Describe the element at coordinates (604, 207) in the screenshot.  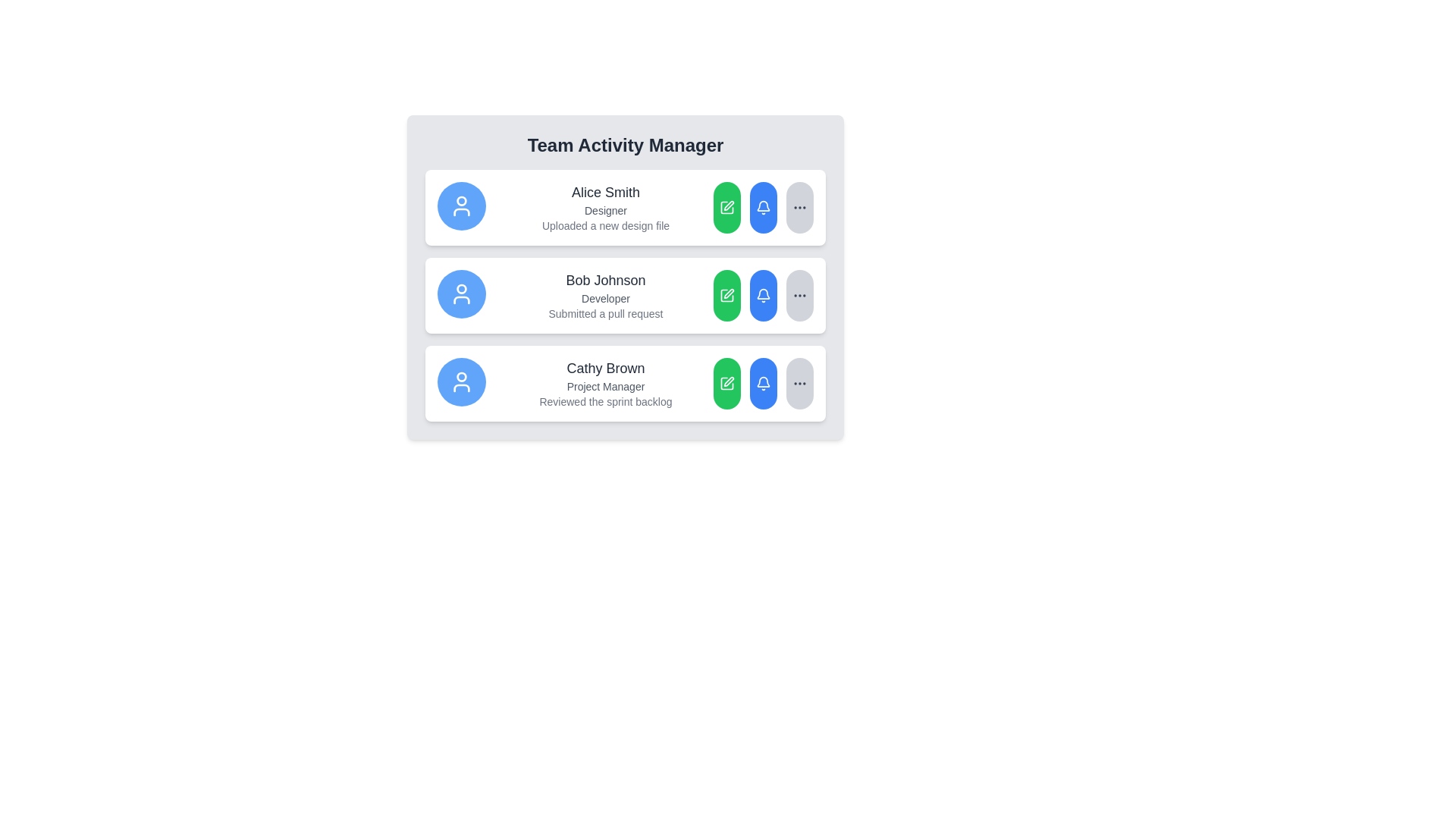
I see `the text content display that shows 'Alice Smith', 'Designer', and 'Uploaded a new design file' in the first card of the 'Team Activity Manager' section` at that location.